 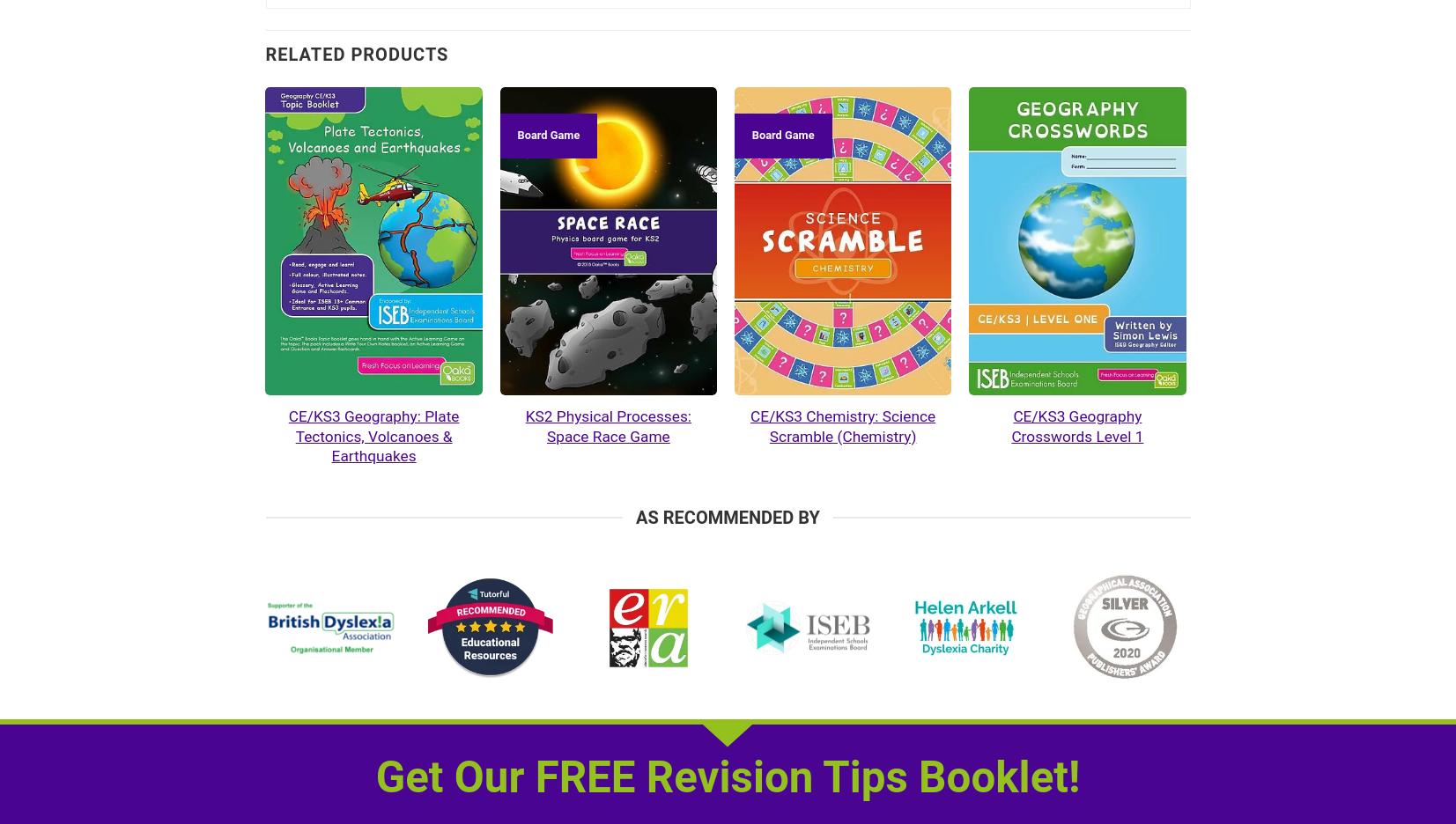 What do you see at coordinates (372, 435) in the screenshot?
I see `'CE/KS3 Geography: Plate Tectonics, Volcanoes & Earthquakes'` at bounding box center [372, 435].